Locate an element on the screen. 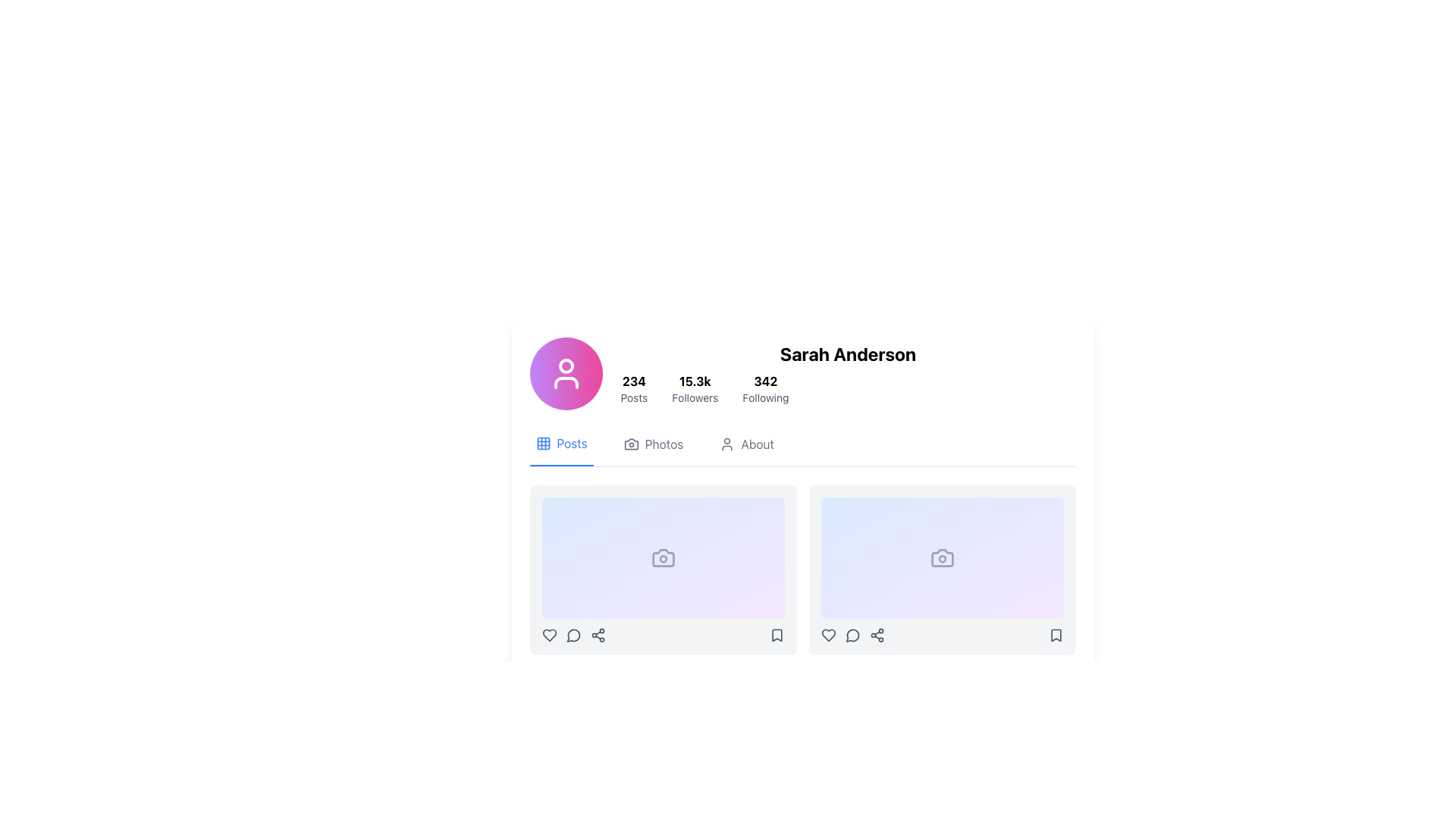 The width and height of the screenshot is (1456, 819). the Profile Avatar element, which displays the user's profile picture for 'Sarah Anderson', located at the leftmost side of the user information section is located at coordinates (565, 374).